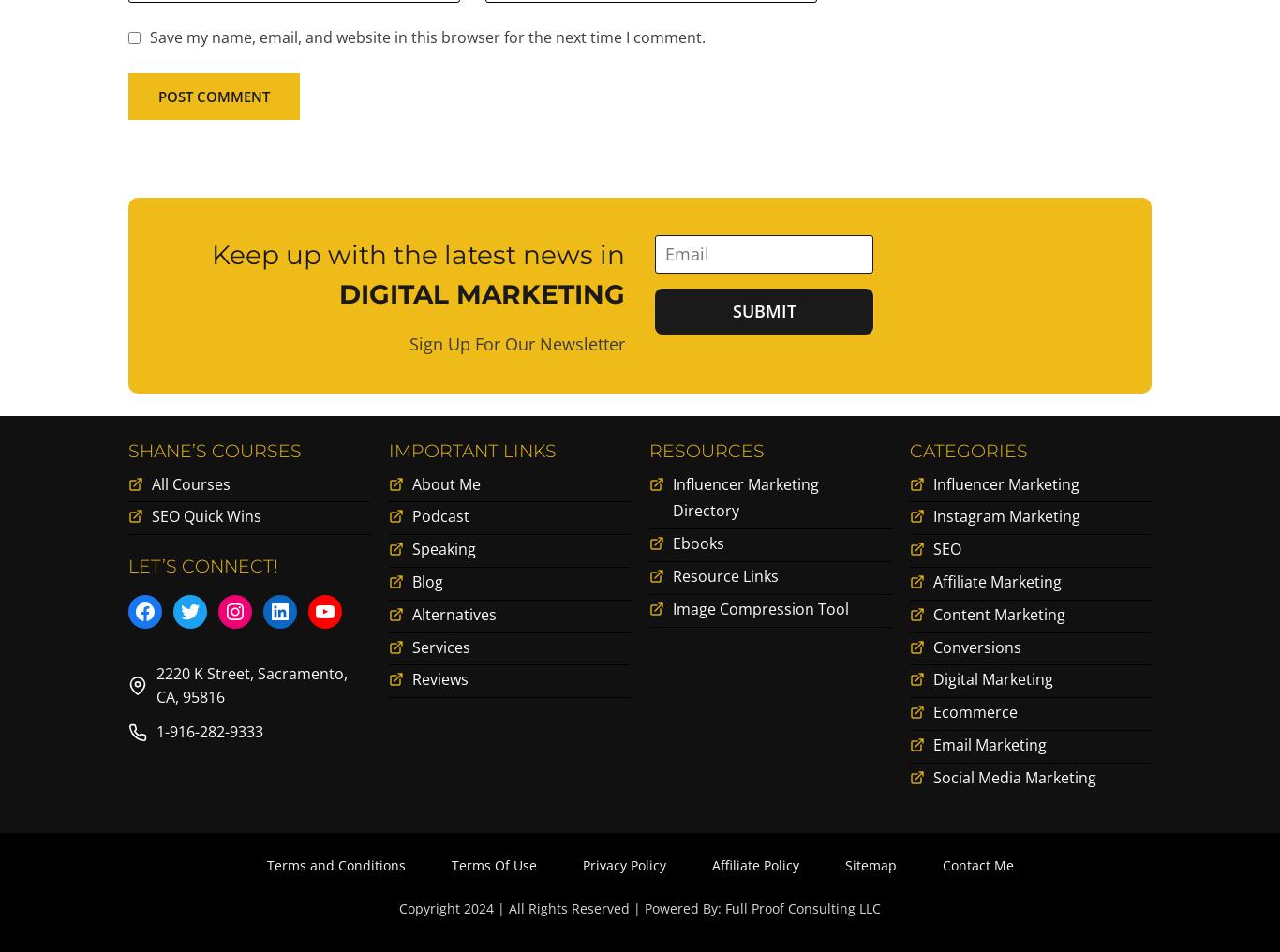 This screenshot has width=1280, height=952. What do you see at coordinates (410, 682) in the screenshot?
I see `'Reviews'` at bounding box center [410, 682].